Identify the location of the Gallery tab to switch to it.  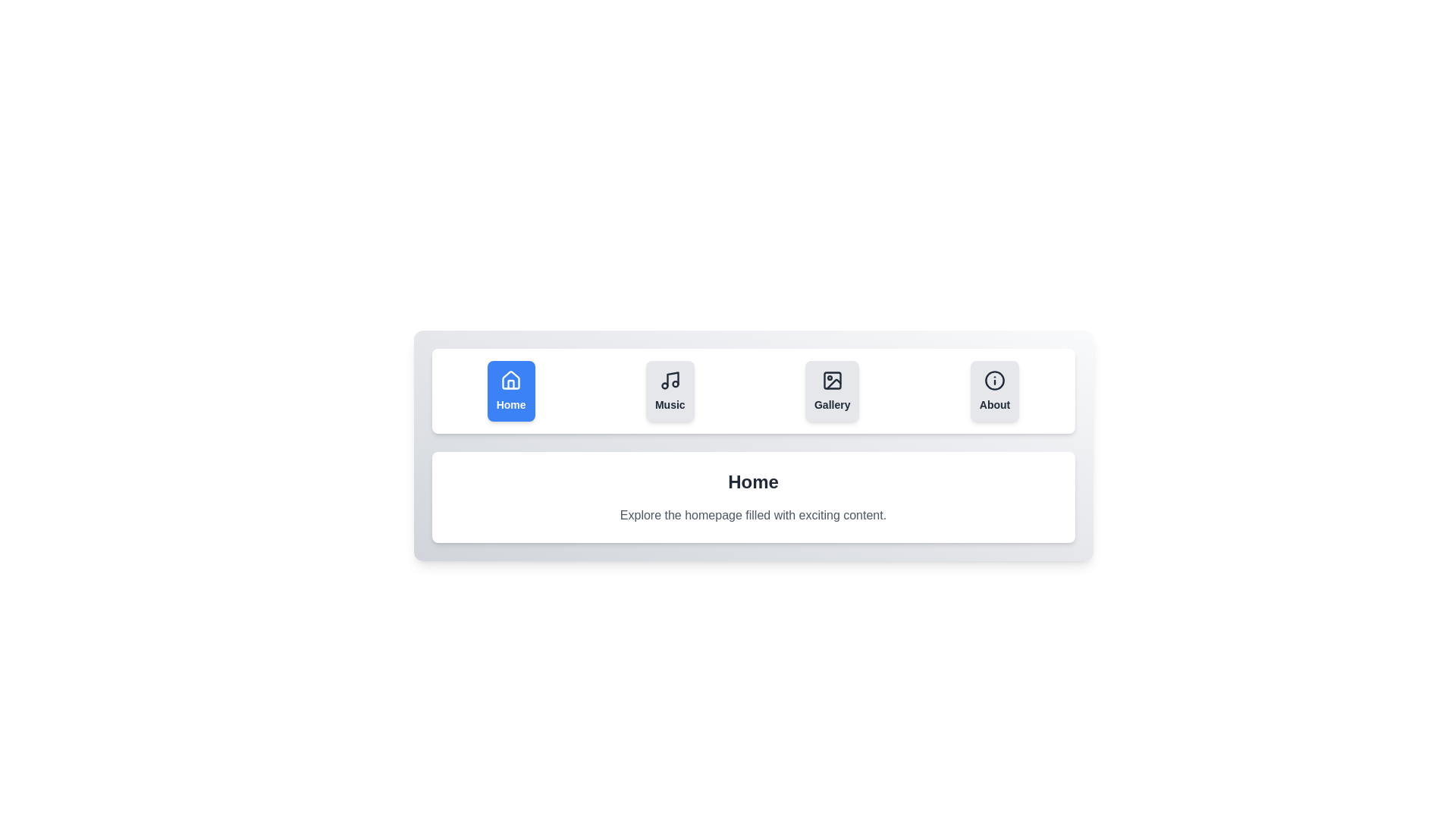
(831, 391).